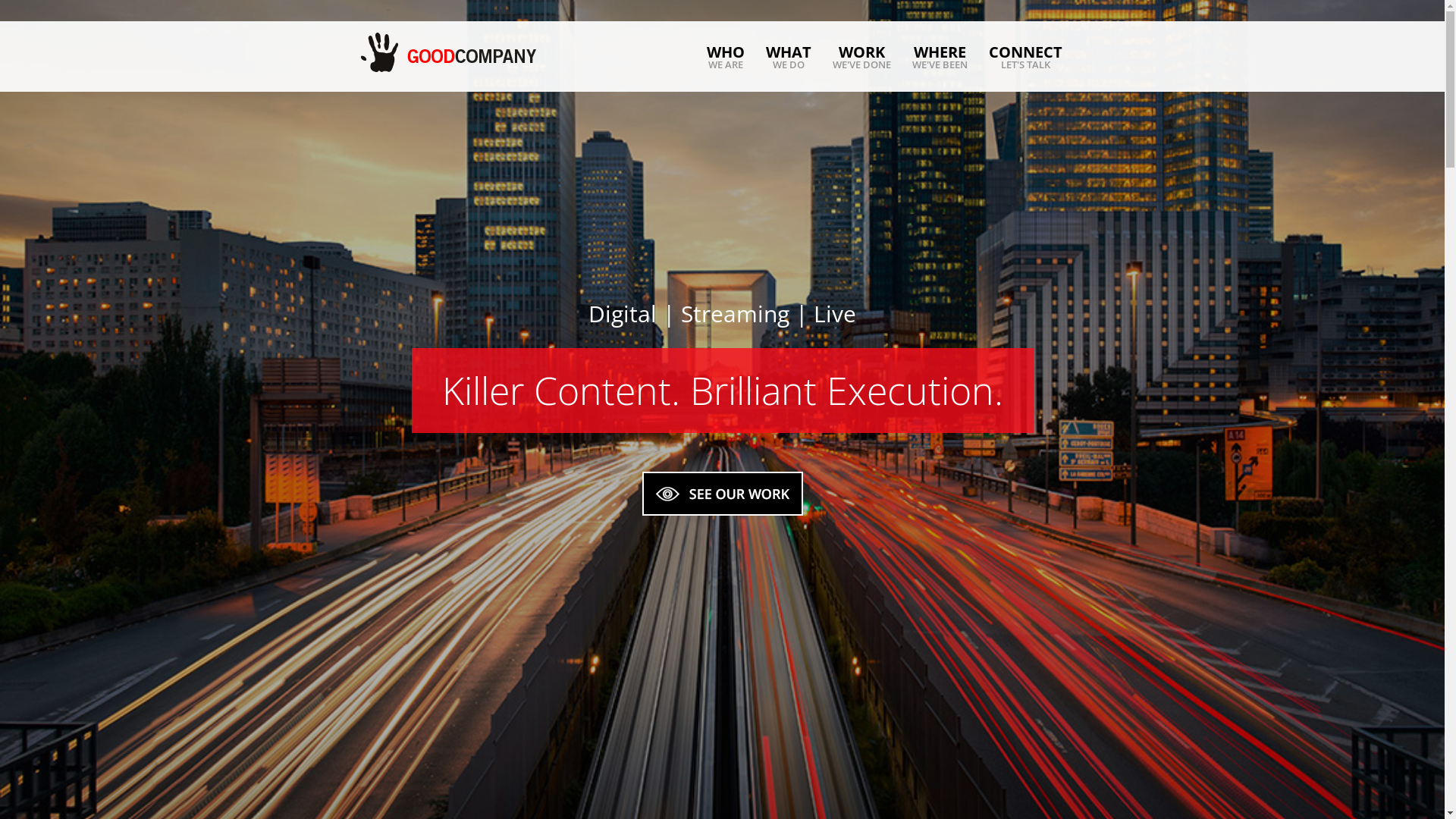 The image size is (1456, 819). Describe the element at coordinates (989, 56) in the screenshot. I see `'CONNECT` at that location.